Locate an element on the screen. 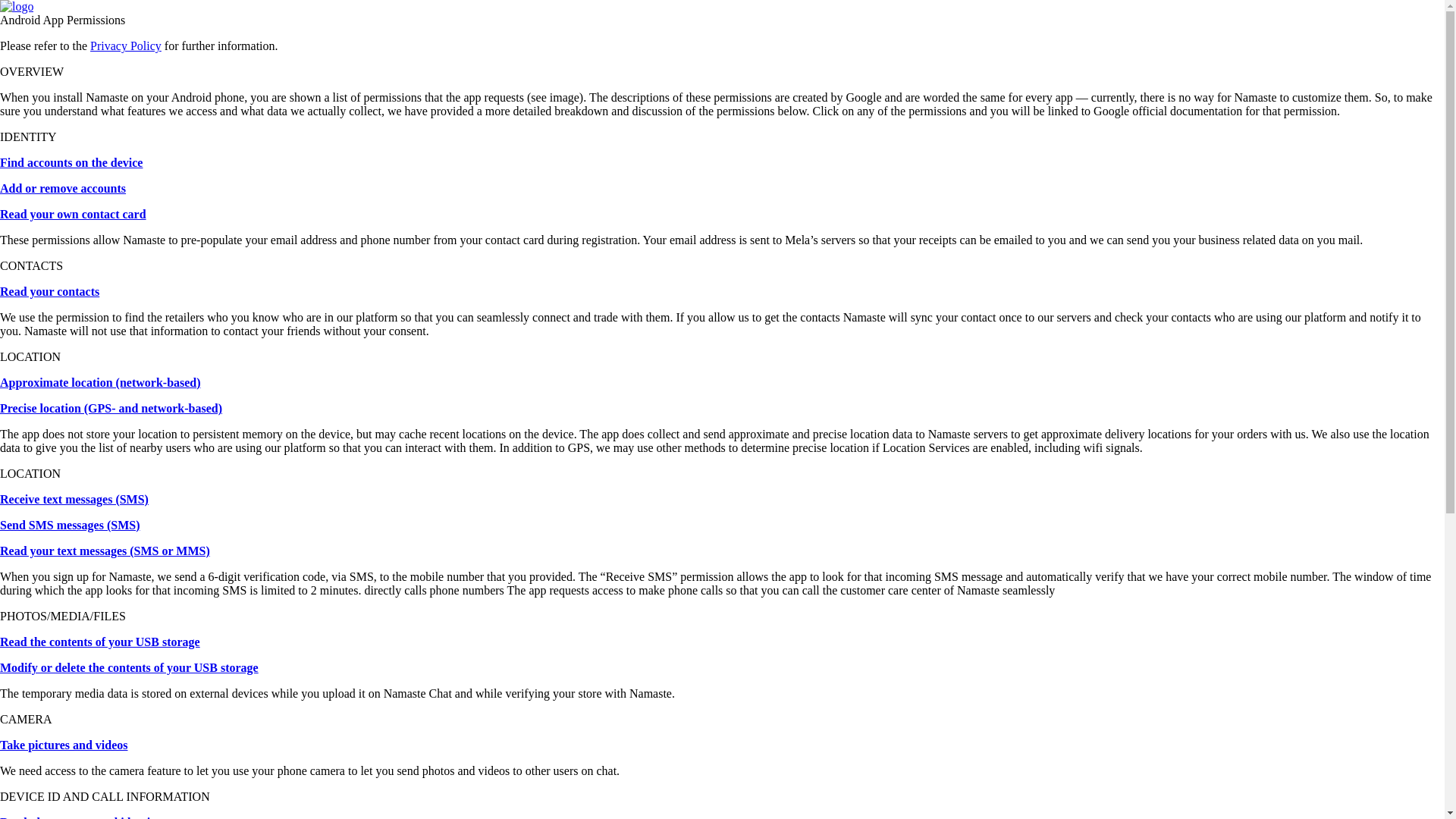 The width and height of the screenshot is (1456, 819). 'Receive text messages (SMS)' is located at coordinates (73, 499).